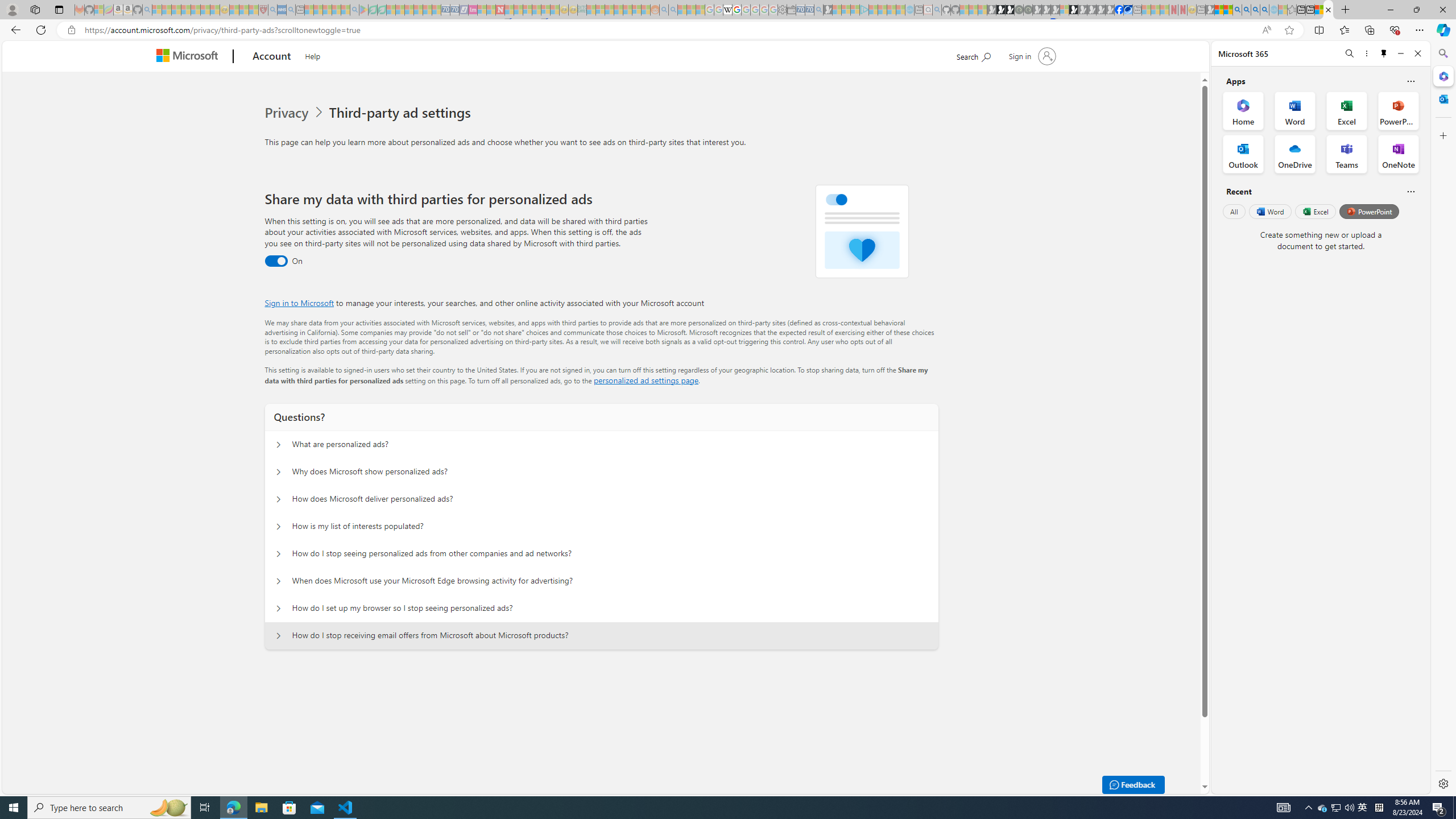  I want to click on 'MSN - Sleeping', so click(1210, 9).